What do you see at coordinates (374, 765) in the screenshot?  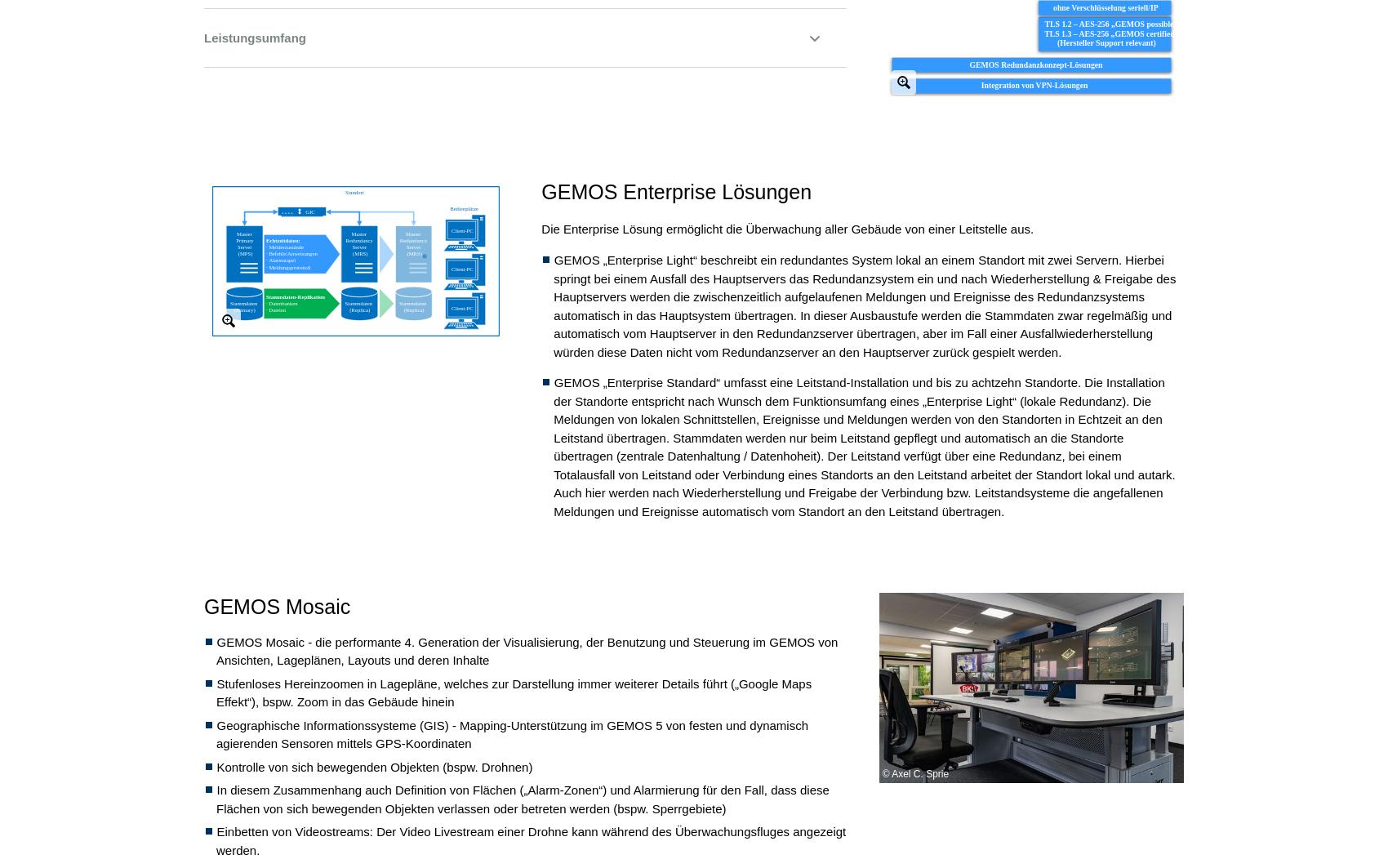 I see `'Kontrolle von sich bewegenden Objekten (bspw. Drohnen)'` at bounding box center [374, 765].